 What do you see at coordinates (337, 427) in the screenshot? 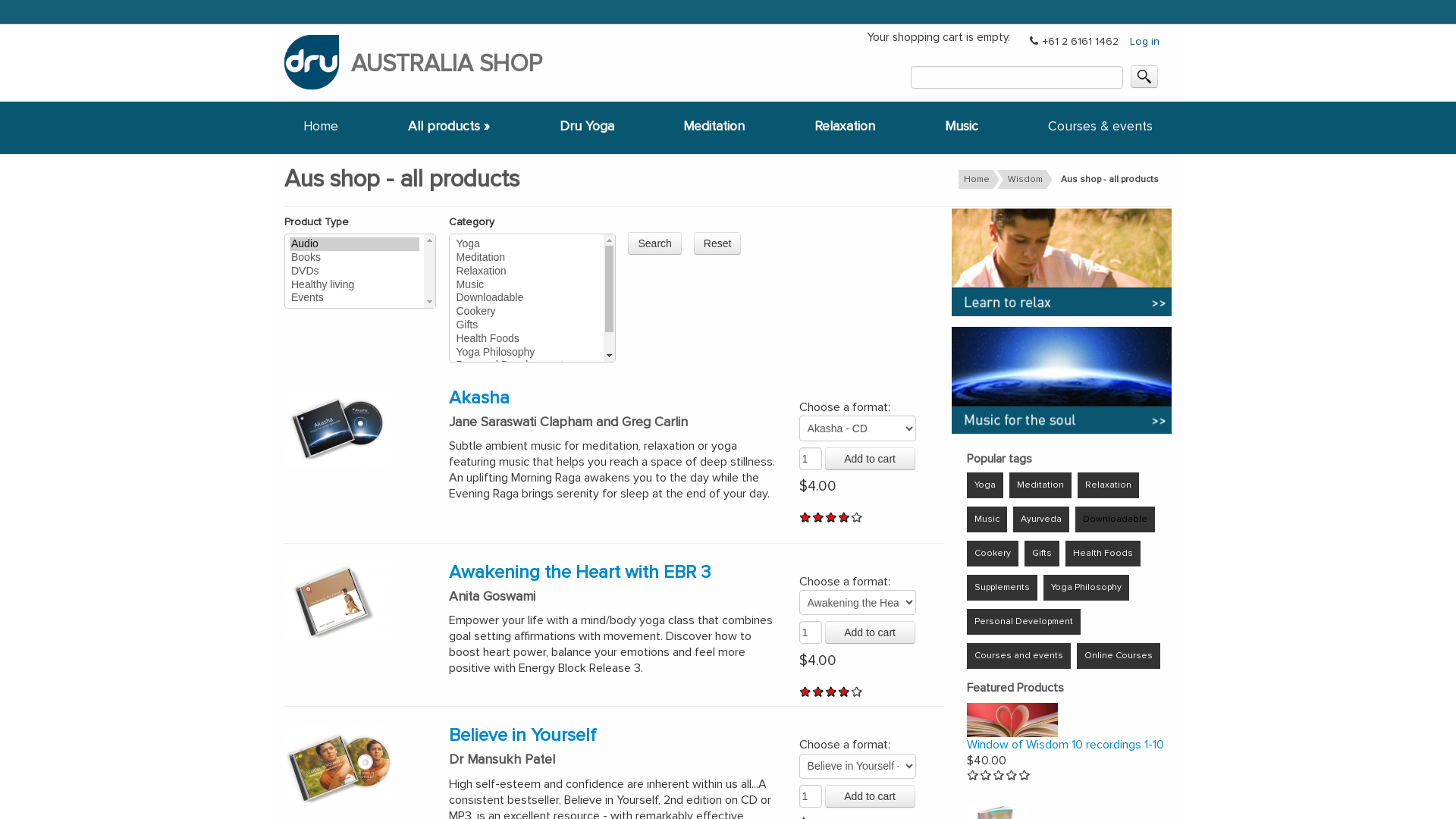
I see `'Akasha - Music for inner stillness'` at bounding box center [337, 427].